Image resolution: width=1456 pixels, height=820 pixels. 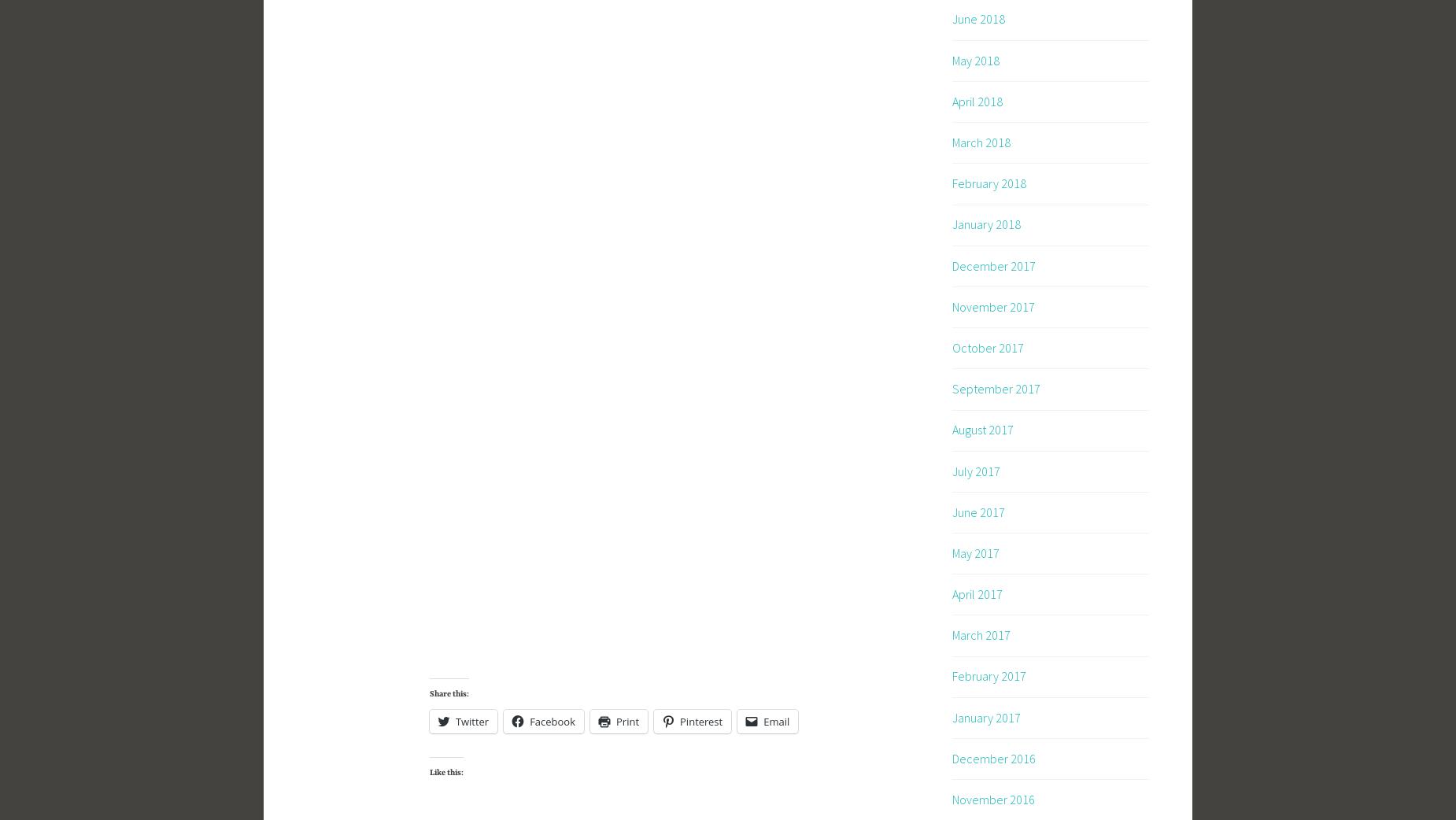 I want to click on 'September 2017', so click(x=995, y=389).